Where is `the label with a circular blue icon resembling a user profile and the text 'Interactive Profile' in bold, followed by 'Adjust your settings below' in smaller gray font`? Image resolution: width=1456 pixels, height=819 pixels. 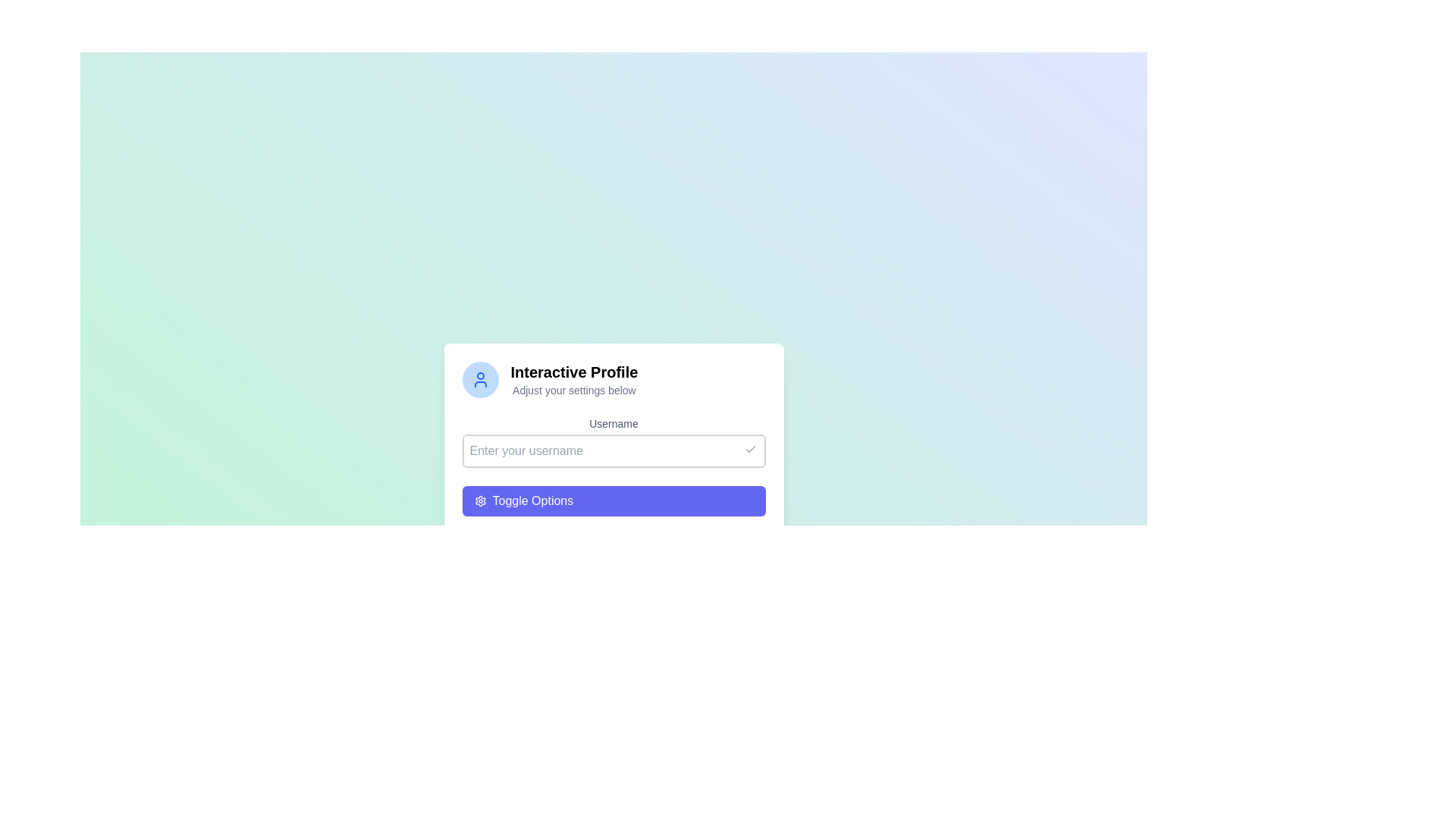 the label with a circular blue icon resembling a user profile and the text 'Interactive Profile' in bold, followed by 'Adjust your settings below' in smaller gray font is located at coordinates (613, 379).